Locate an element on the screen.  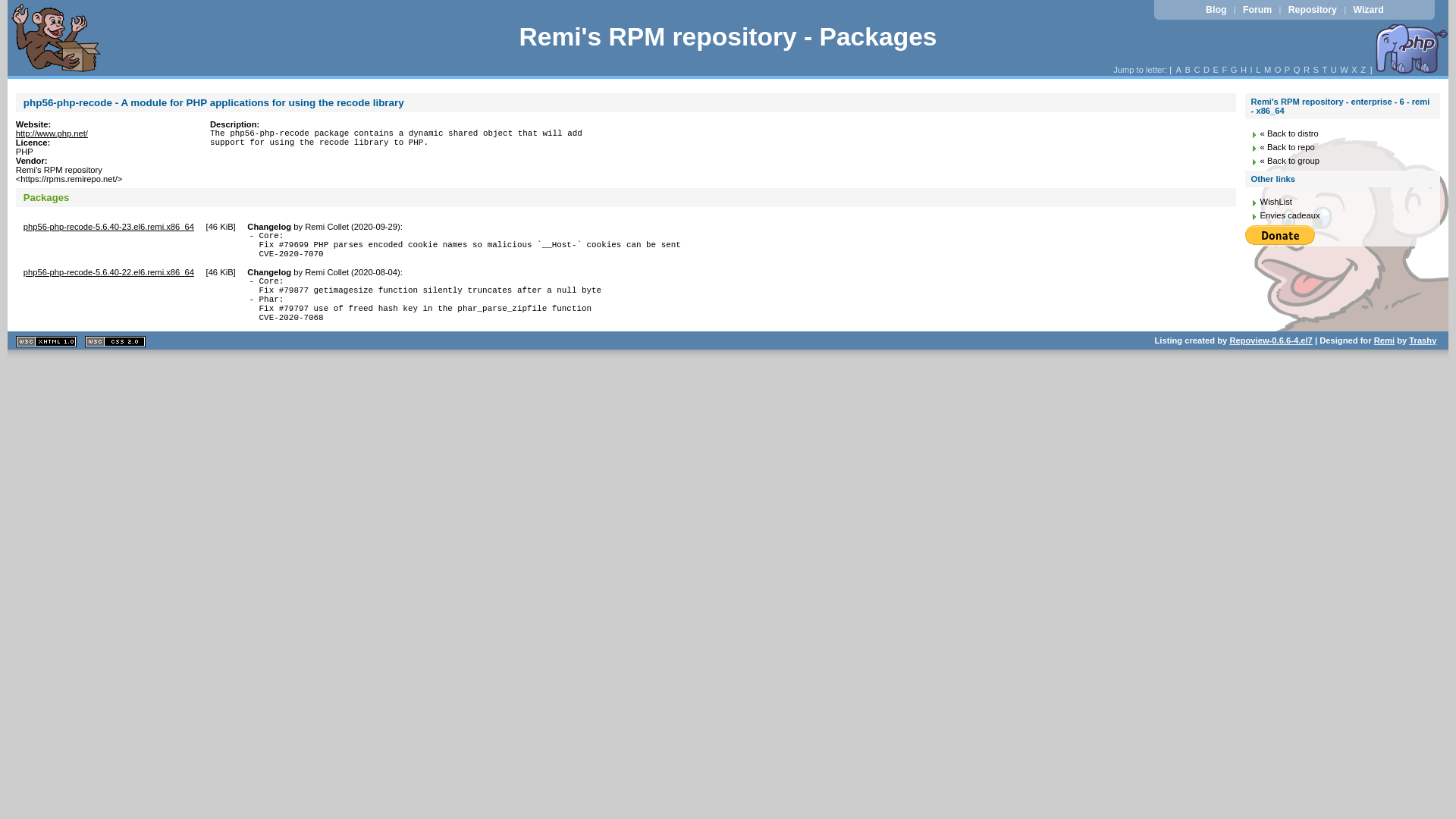
'Q' is located at coordinates (1291, 70).